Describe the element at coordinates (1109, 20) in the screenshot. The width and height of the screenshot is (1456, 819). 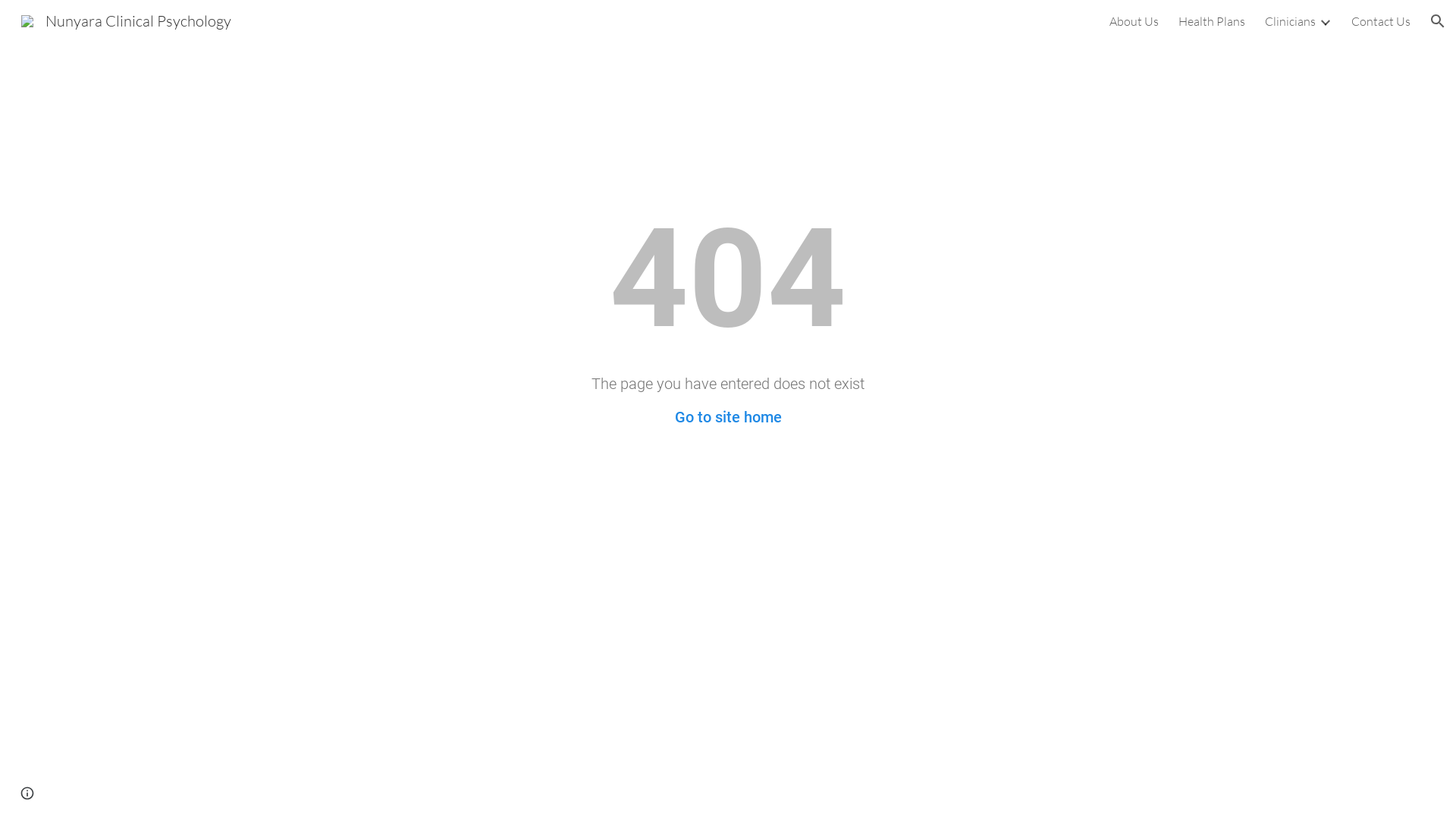
I see `'About Us'` at that location.